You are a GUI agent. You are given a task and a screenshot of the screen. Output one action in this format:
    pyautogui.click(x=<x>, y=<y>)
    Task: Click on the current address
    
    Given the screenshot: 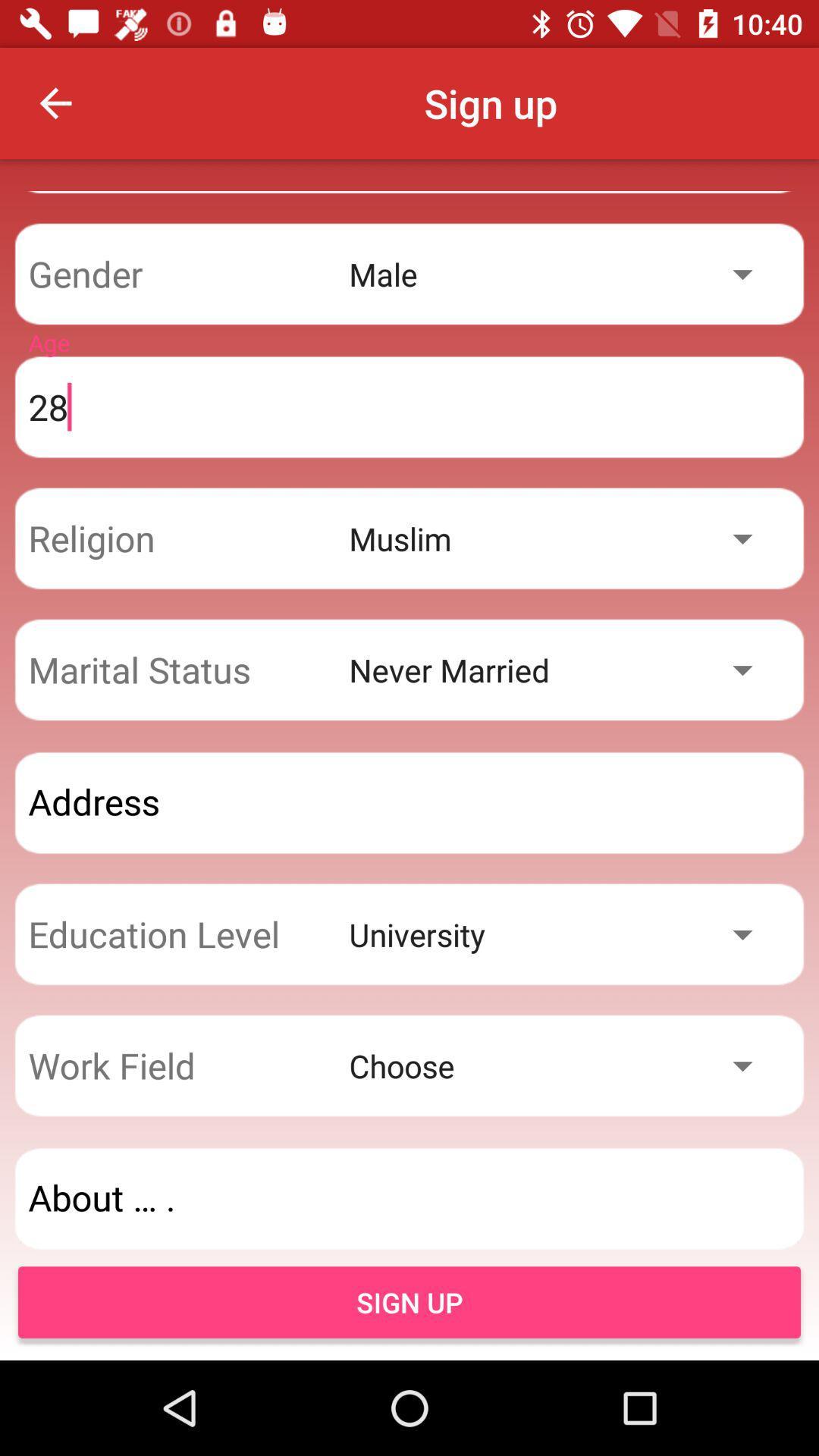 What is the action you would take?
    pyautogui.click(x=409, y=802)
    